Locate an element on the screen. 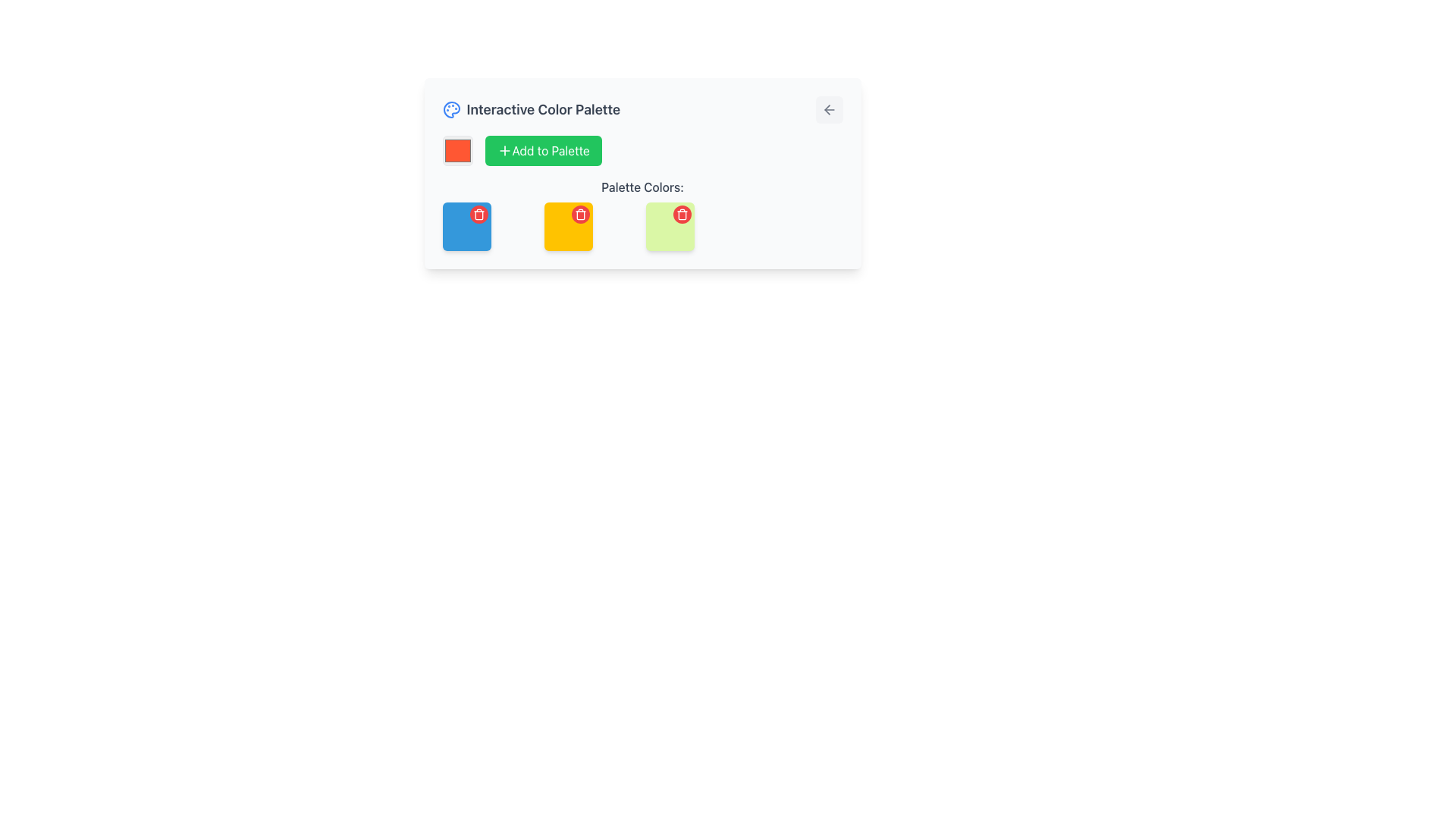 The height and width of the screenshot is (819, 1456). the red circular button with a trash can icon located at the top-right corner of the yellow square tile is located at coordinates (579, 214).